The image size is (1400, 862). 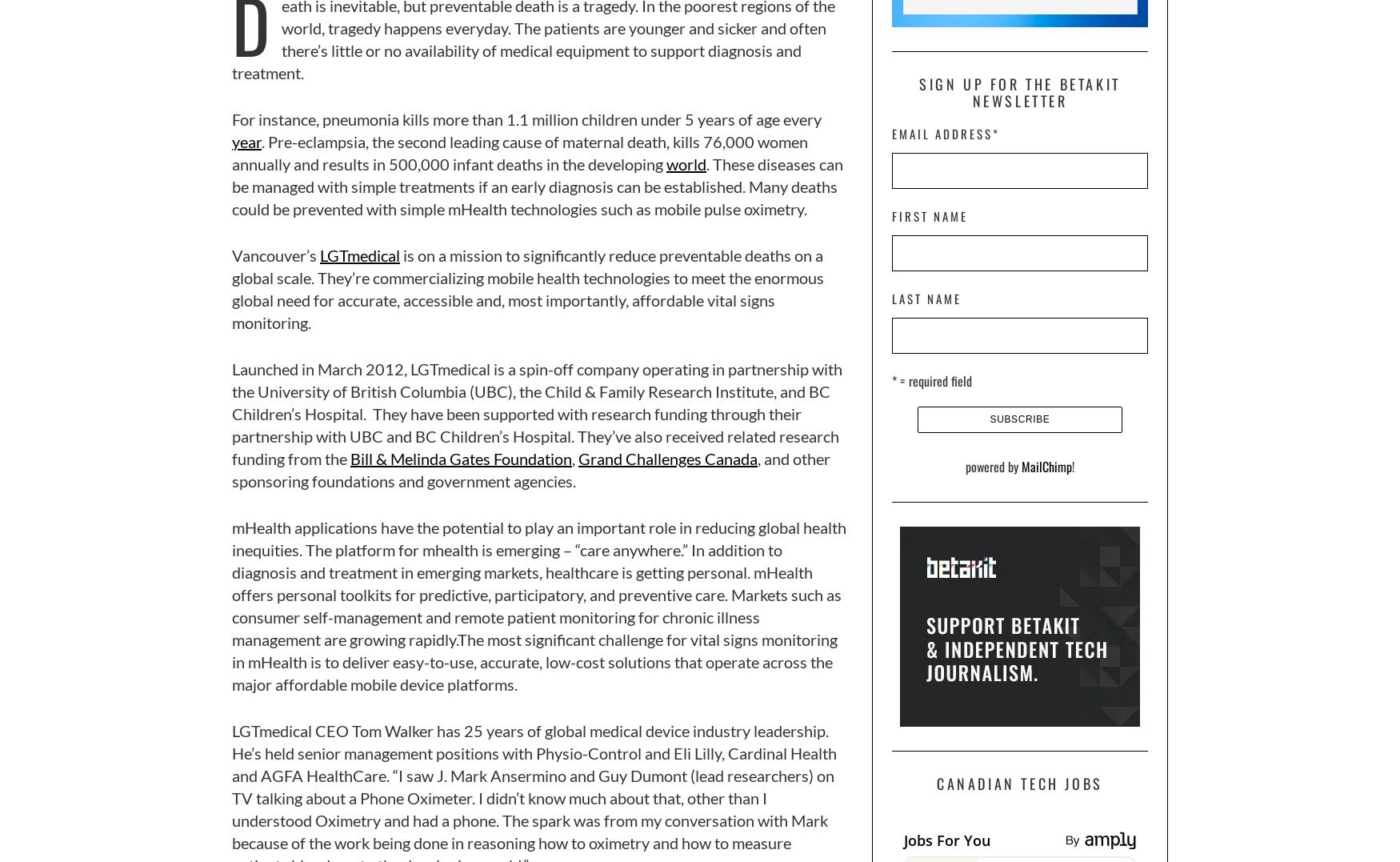 I want to click on 'Canadian Tech Jobs', so click(x=1018, y=783).